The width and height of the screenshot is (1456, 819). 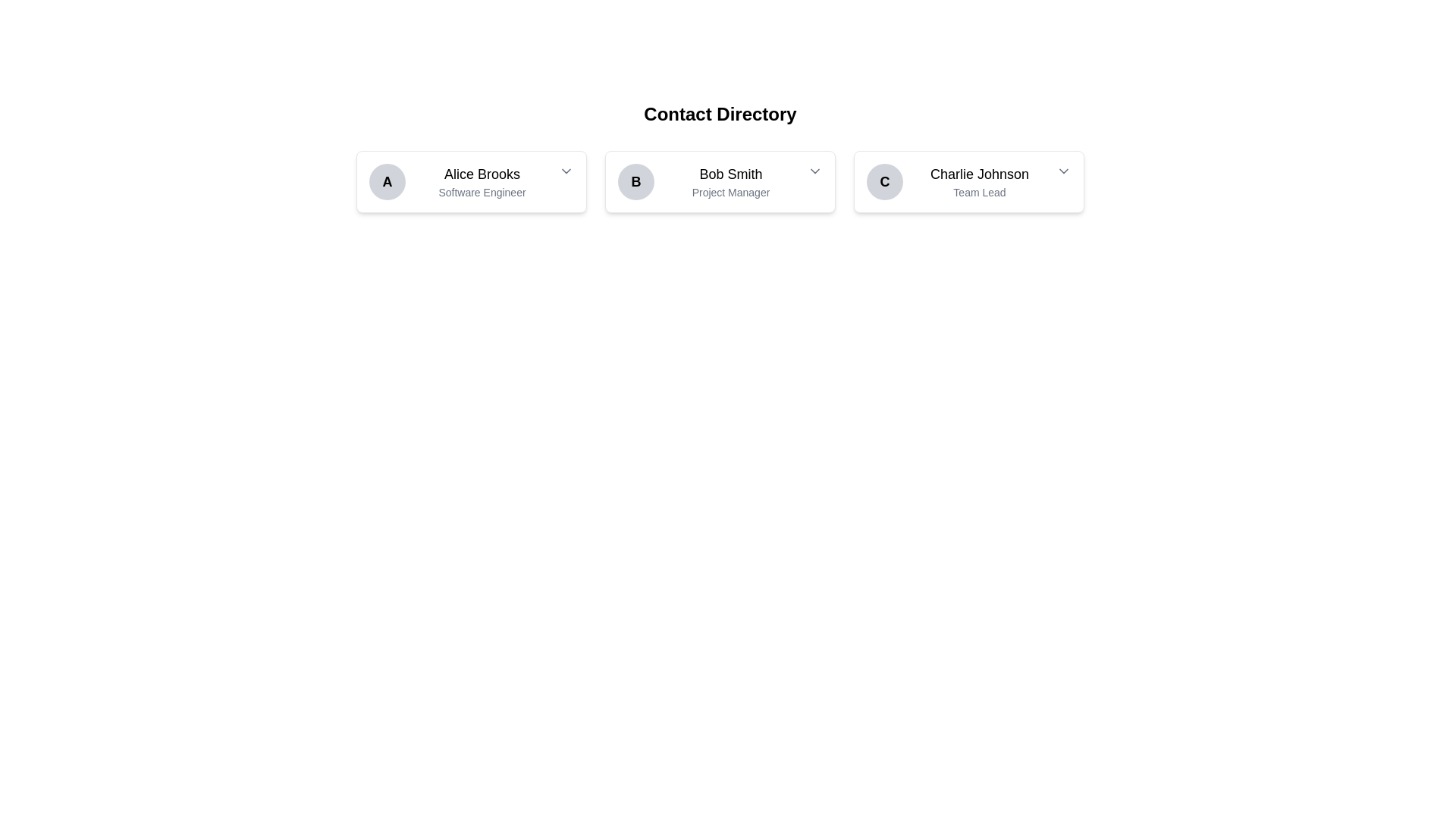 What do you see at coordinates (979, 180) in the screenshot?
I see `the text display element that shows the name and role of an individual in the team directory, located in the center of the third card from the left, to the right of the circular icon labeled 'C' and above a dropdown arrow` at bounding box center [979, 180].